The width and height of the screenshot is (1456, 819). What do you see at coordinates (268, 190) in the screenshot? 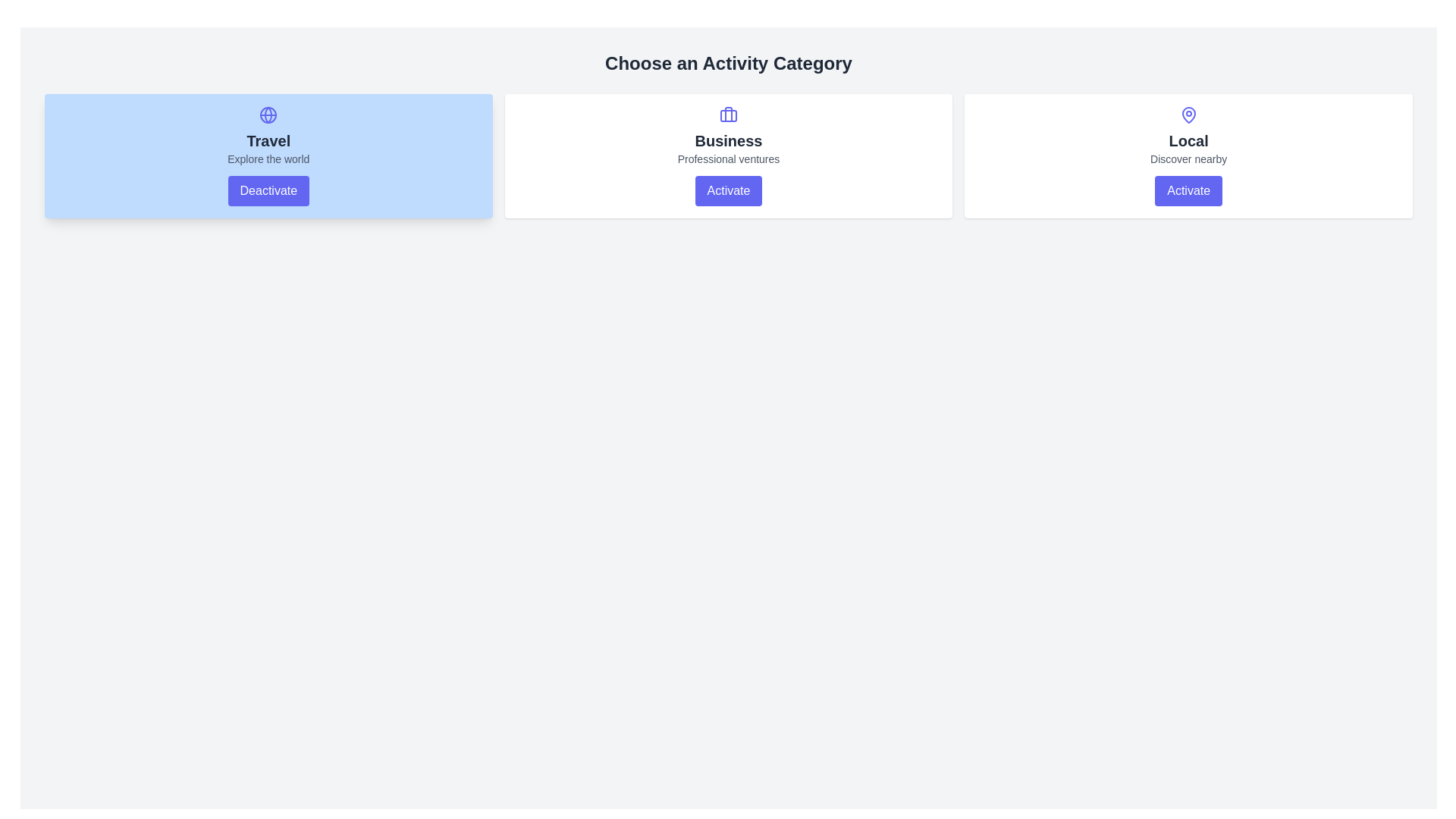
I see `the 'Deactivate' button, which is a rectangular button with white text on a blue background, located below the text 'Travel\nExplore the world' in the lower middle area of the Travel card` at bounding box center [268, 190].